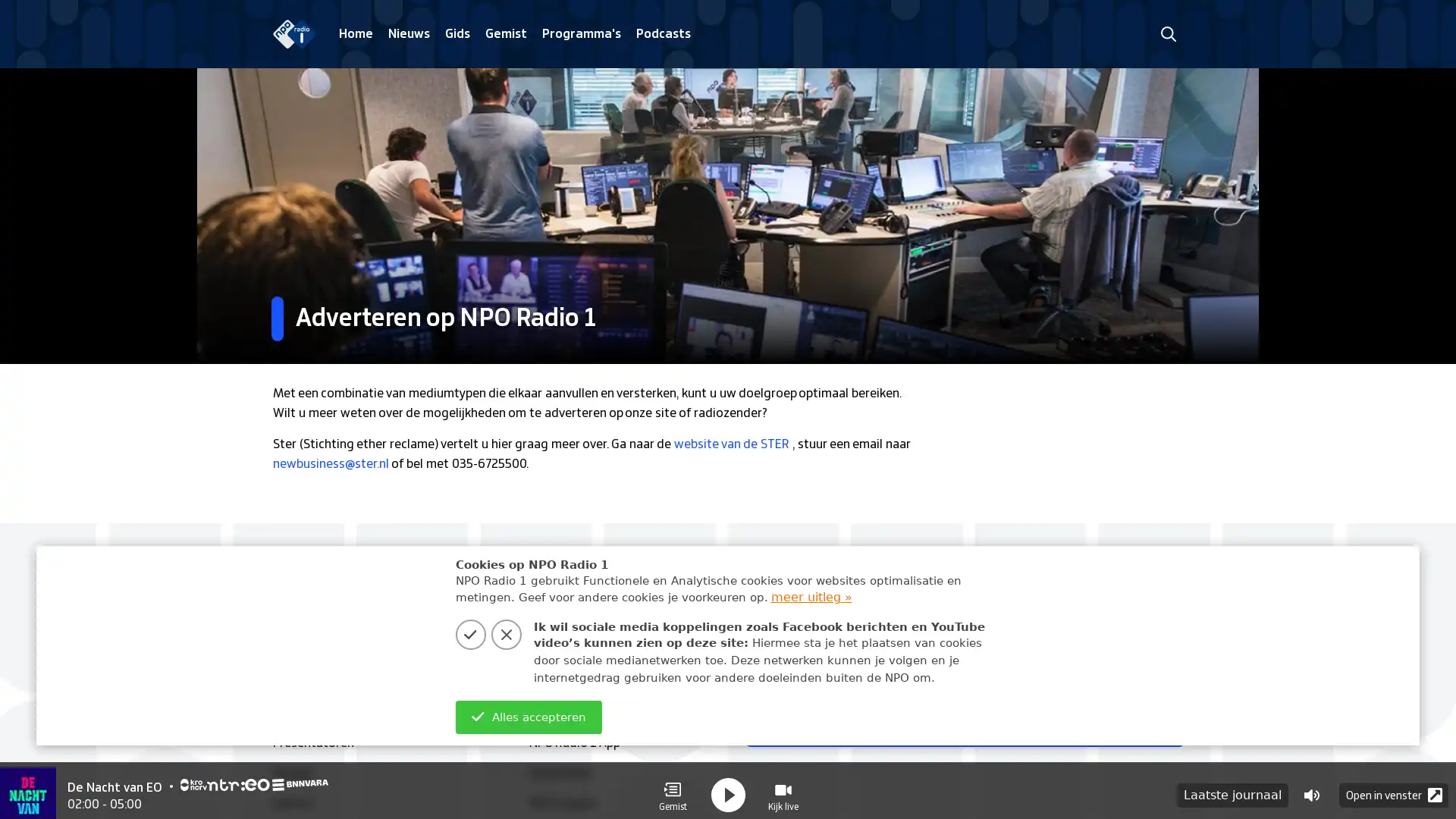 This screenshot has height=819, width=1456. I want to click on Gemist Gemist, so click(672, 786).